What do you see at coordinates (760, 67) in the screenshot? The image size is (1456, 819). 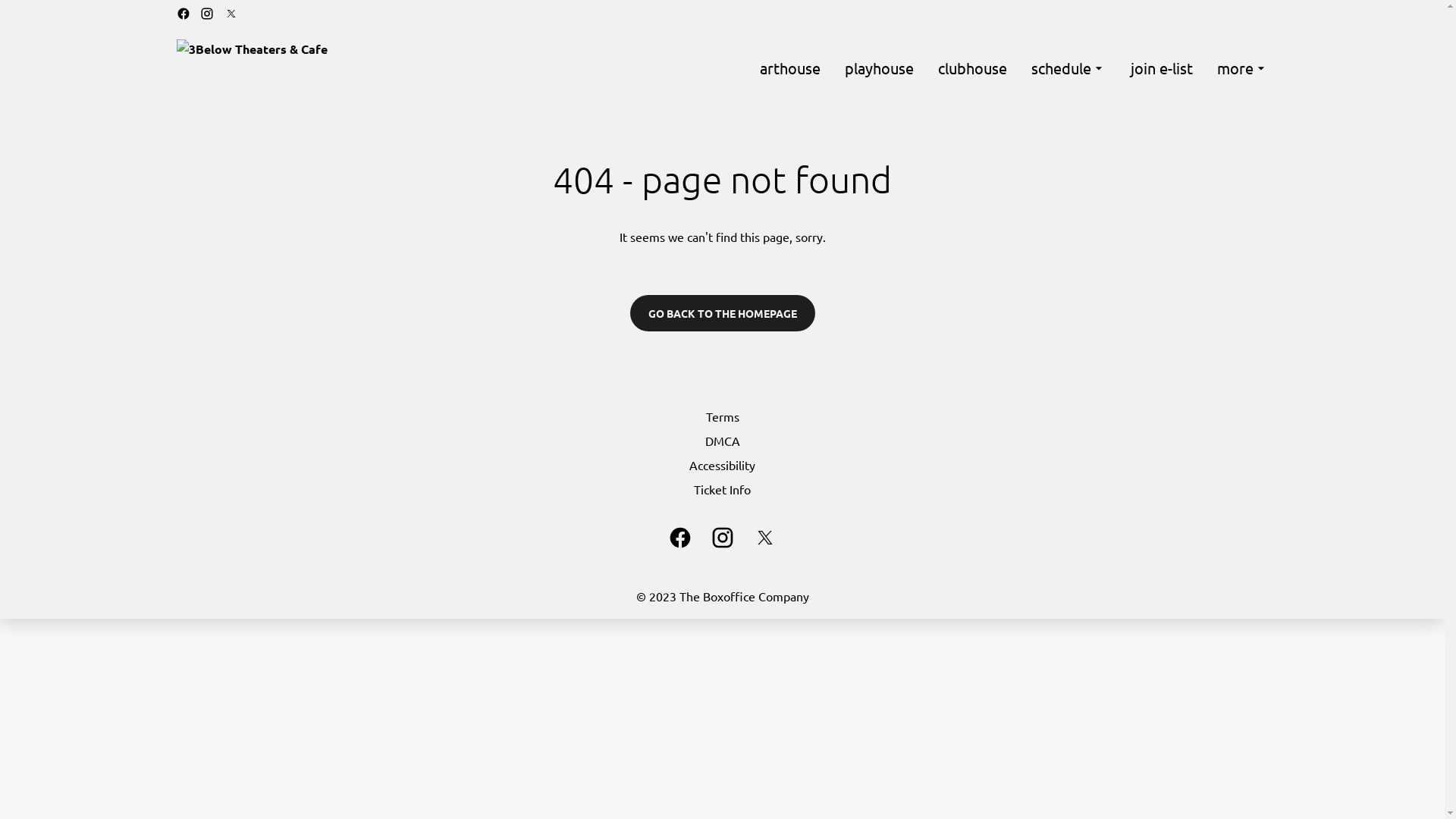 I see `'arthouse'` at bounding box center [760, 67].